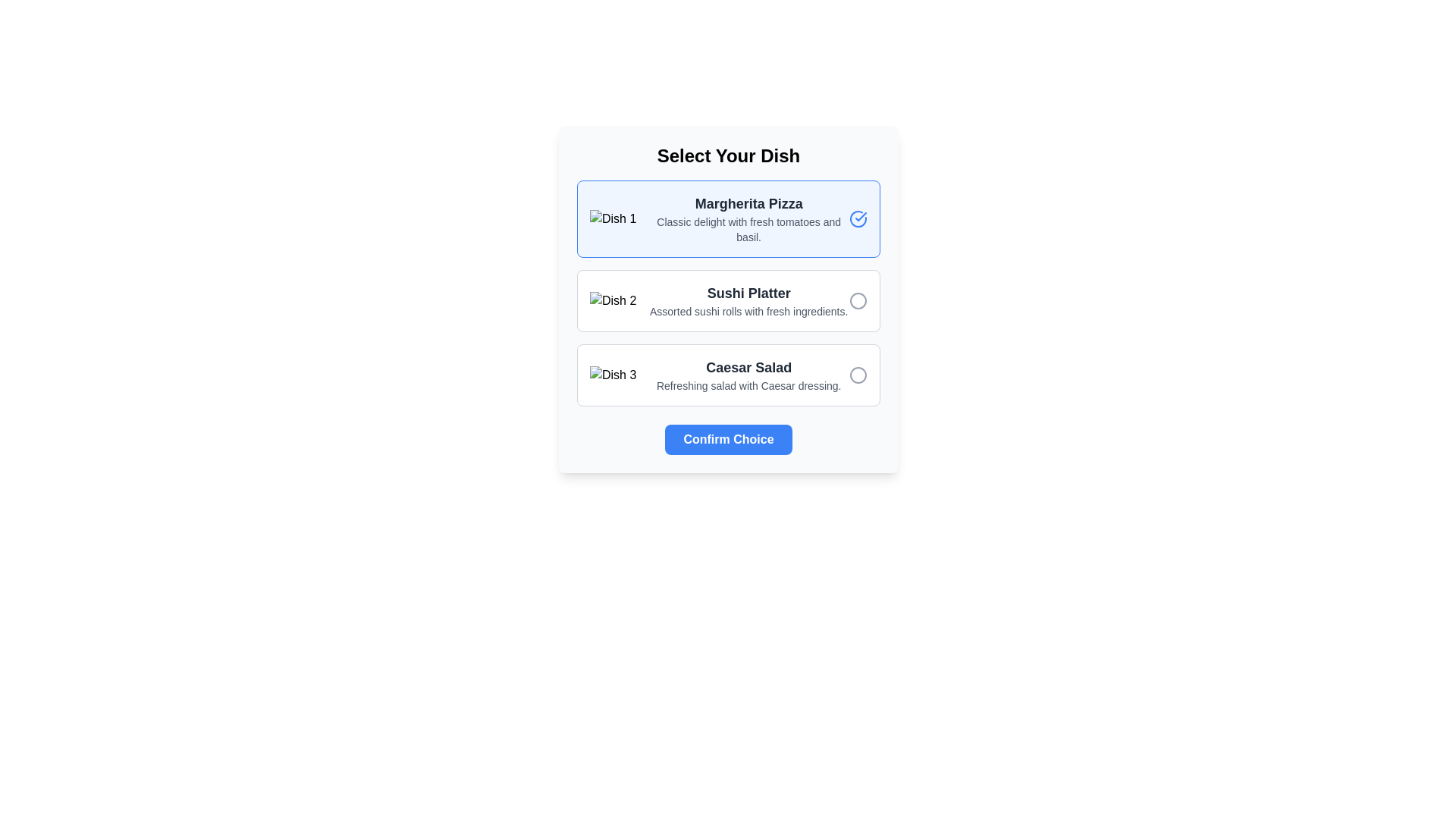 This screenshot has height=819, width=1456. What do you see at coordinates (748, 385) in the screenshot?
I see `description text label that states 'Refreshing salad with Caesar dressing.' which is styled in a small, gray font and located below the bold title 'Caesar Salad'` at bounding box center [748, 385].